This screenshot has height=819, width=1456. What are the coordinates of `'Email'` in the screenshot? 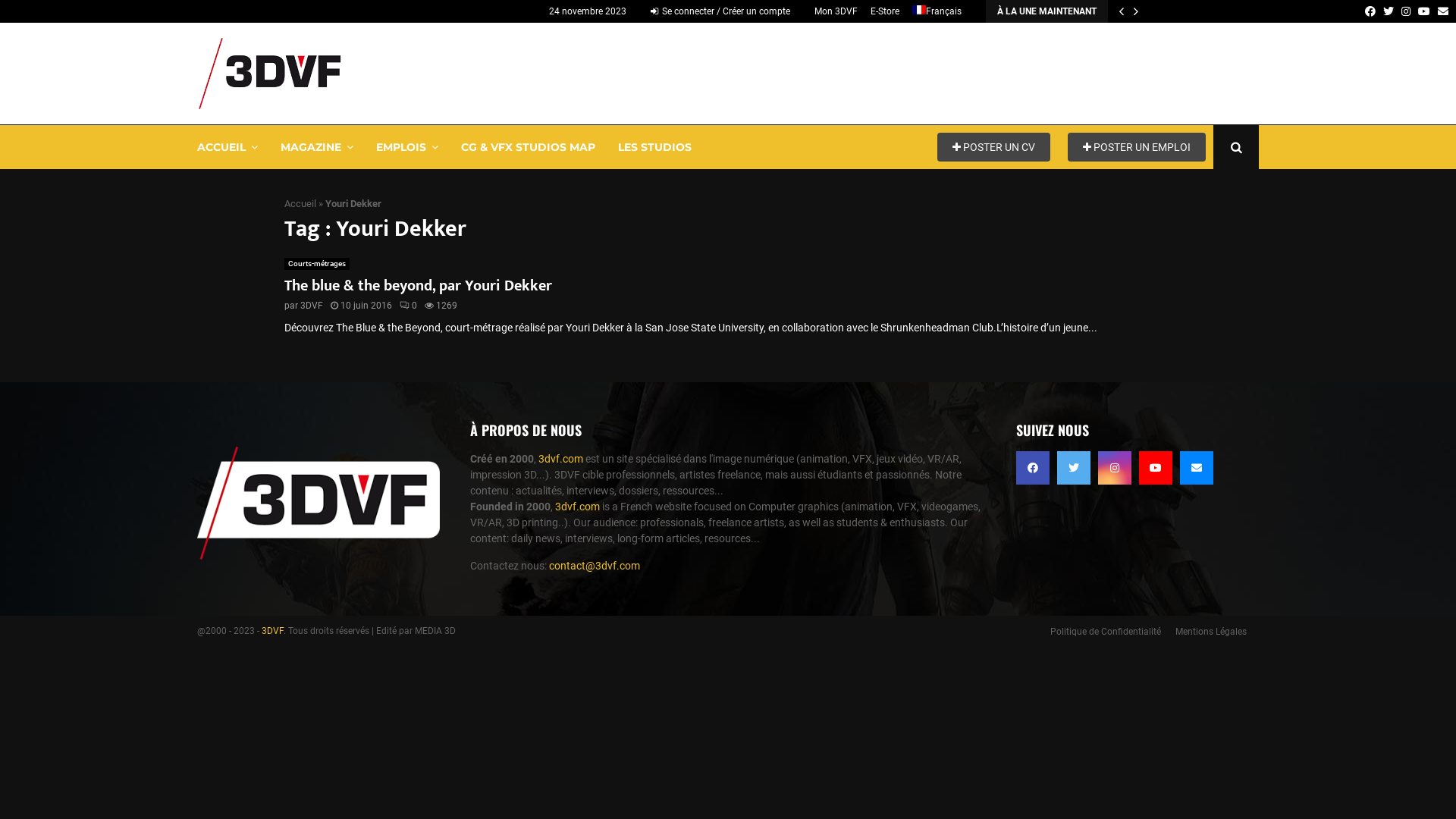 It's located at (1196, 467).